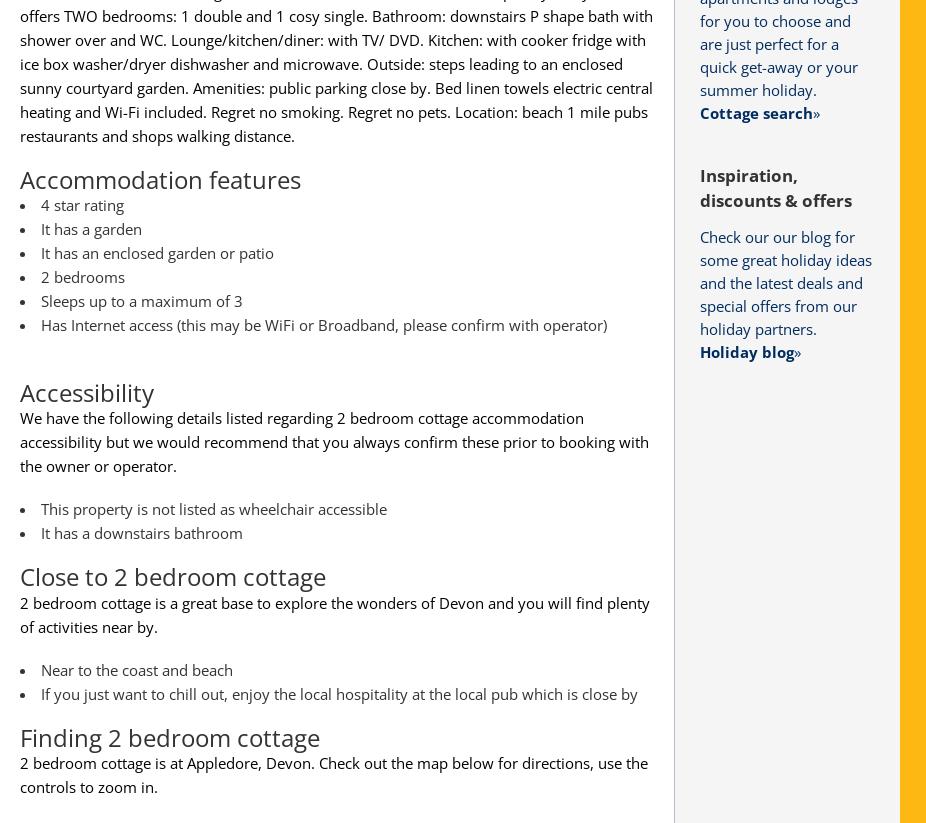 This screenshot has height=823, width=926. Describe the element at coordinates (81, 277) in the screenshot. I see `'2 bedrooms'` at that location.